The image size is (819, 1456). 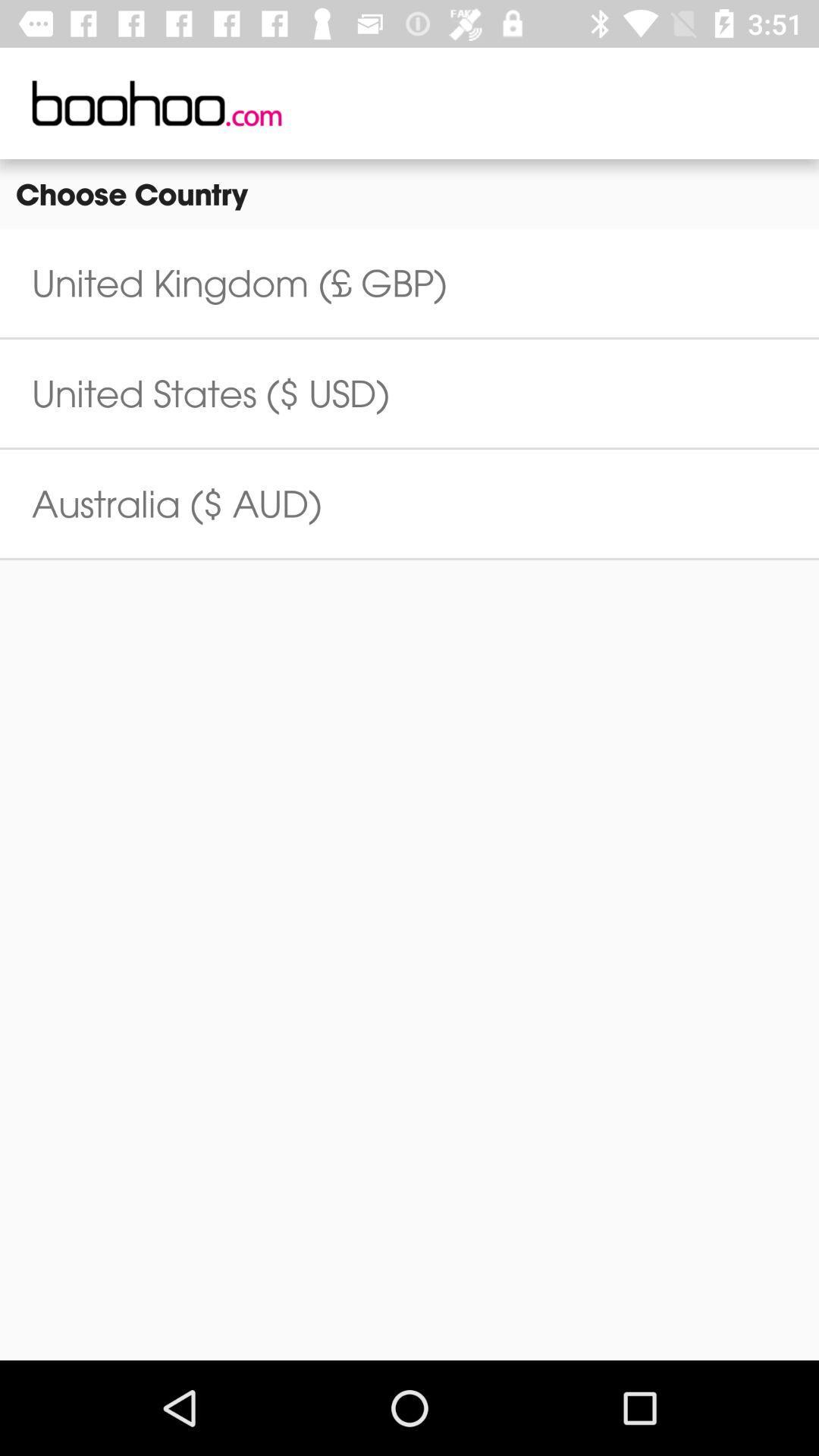 I want to click on item below united states ($ usd) icon, so click(x=176, y=504).